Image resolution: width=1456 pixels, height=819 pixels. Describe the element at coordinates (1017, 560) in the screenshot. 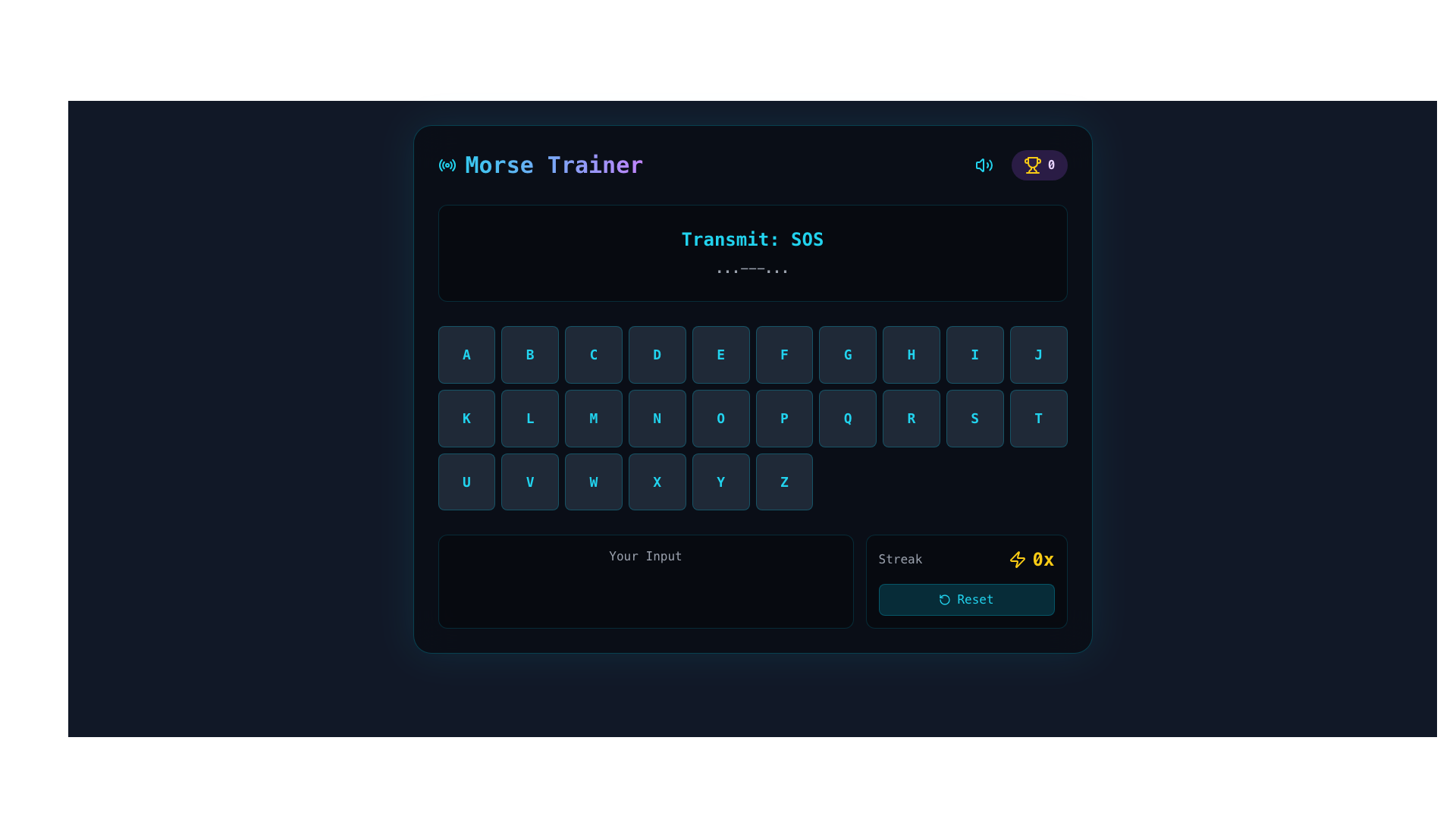

I see `the icon located at the bottom right corner of the interface, which is the leftmost element in the row preceding the bold text '0x'. This icon serves as a visual indicator related to the numeric counter` at that location.